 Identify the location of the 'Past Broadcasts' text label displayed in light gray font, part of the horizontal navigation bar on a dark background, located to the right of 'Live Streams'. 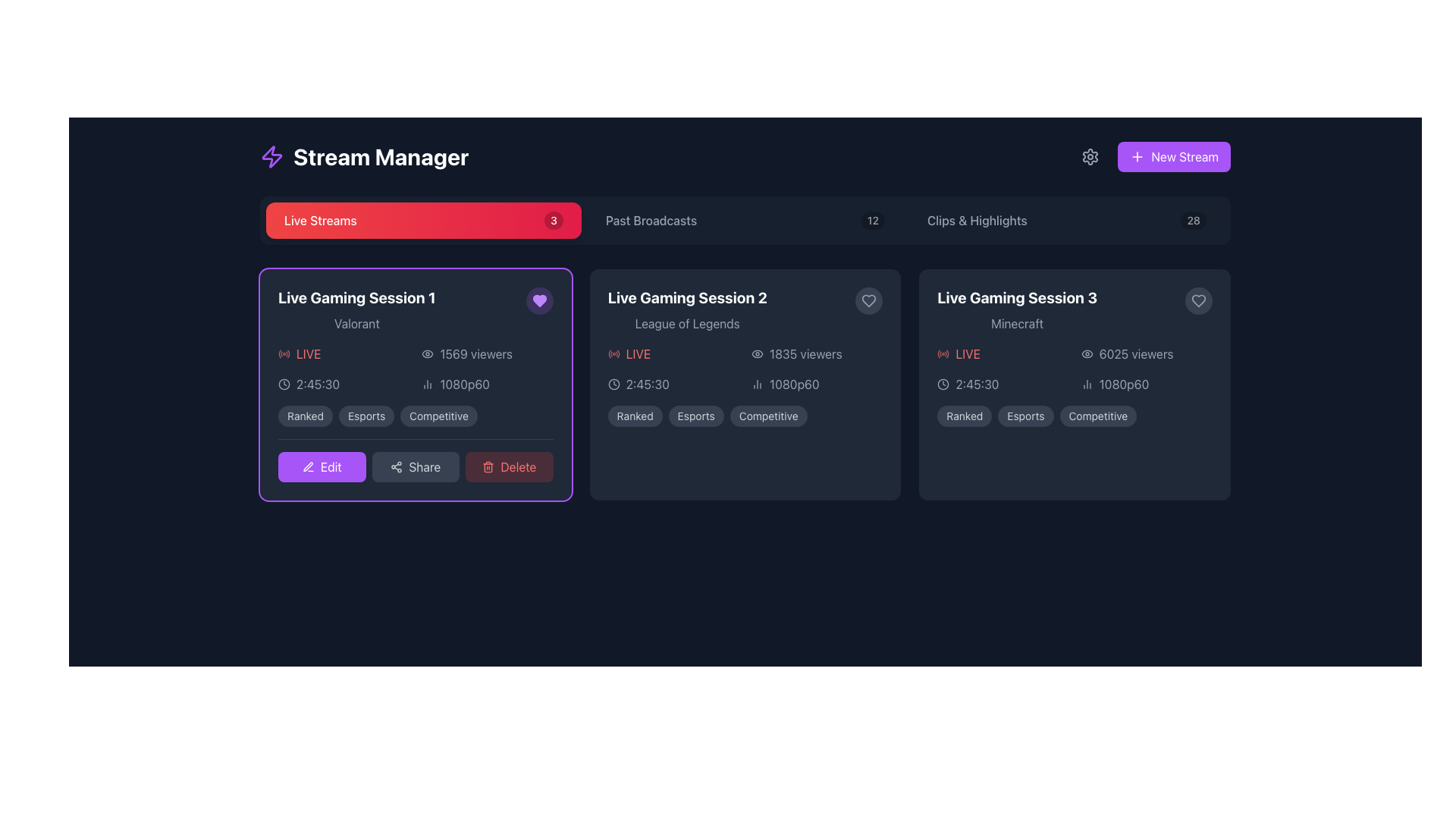
(651, 220).